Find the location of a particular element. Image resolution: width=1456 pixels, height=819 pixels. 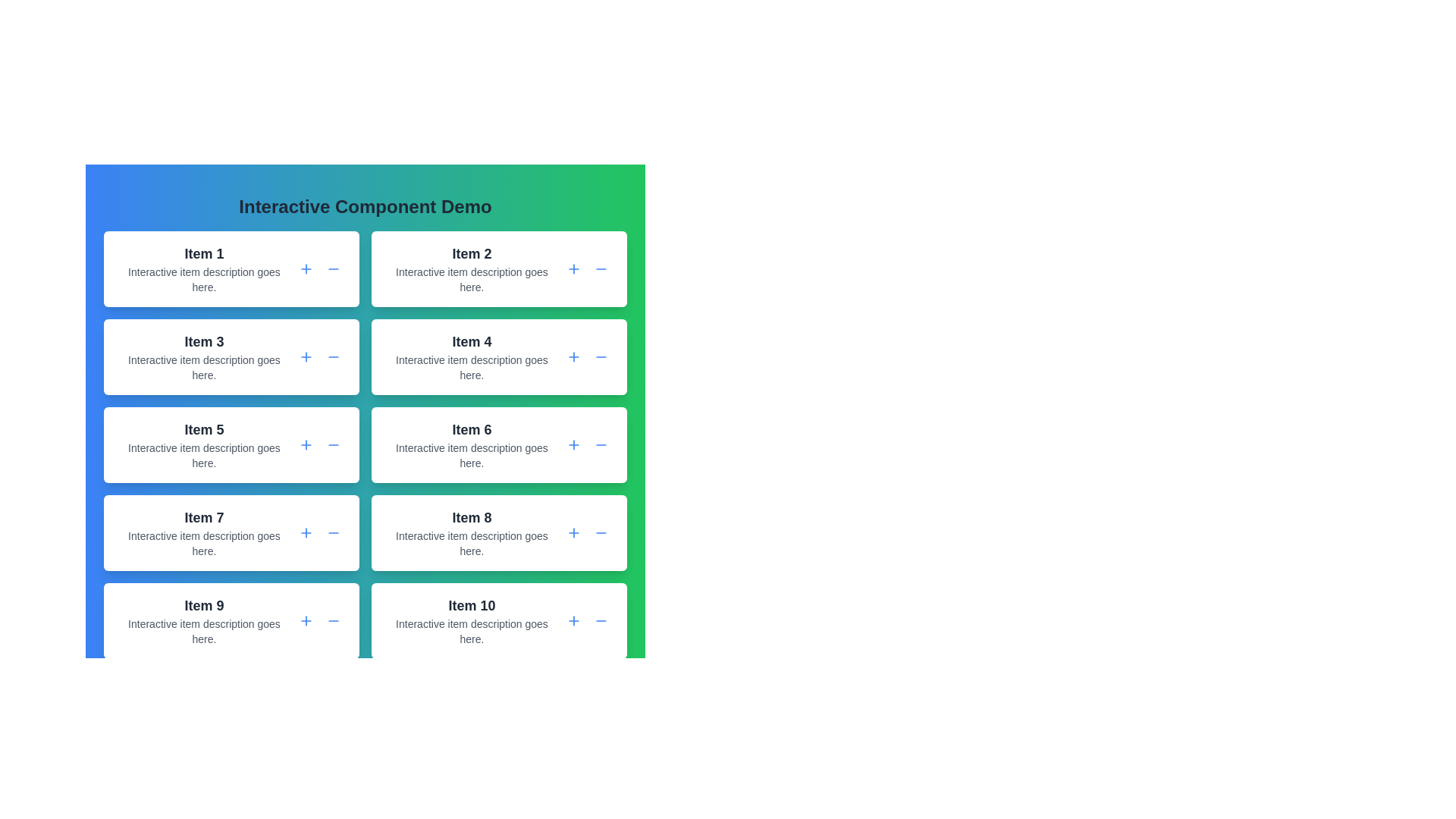

the circular minus button icon, which is styled in blue and located next to 'Item 10', to decrement the count is located at coordinates (600, 620).